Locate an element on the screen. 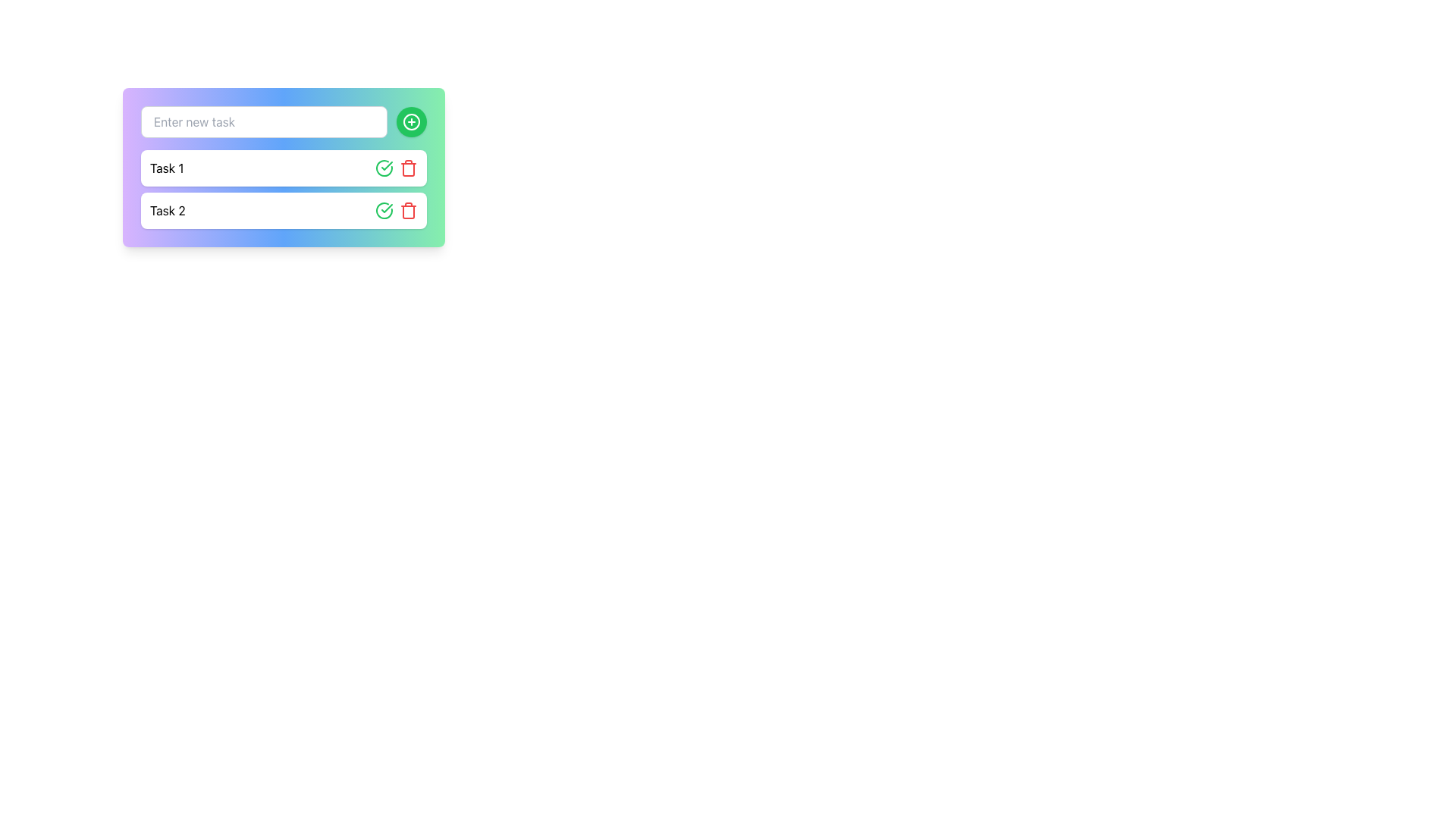 Image resolution: width=1456 pixels, height=819 pixels. the text label displaying 'Task 1' in the top-left section of the top task card is located at coordinates (167, 168).